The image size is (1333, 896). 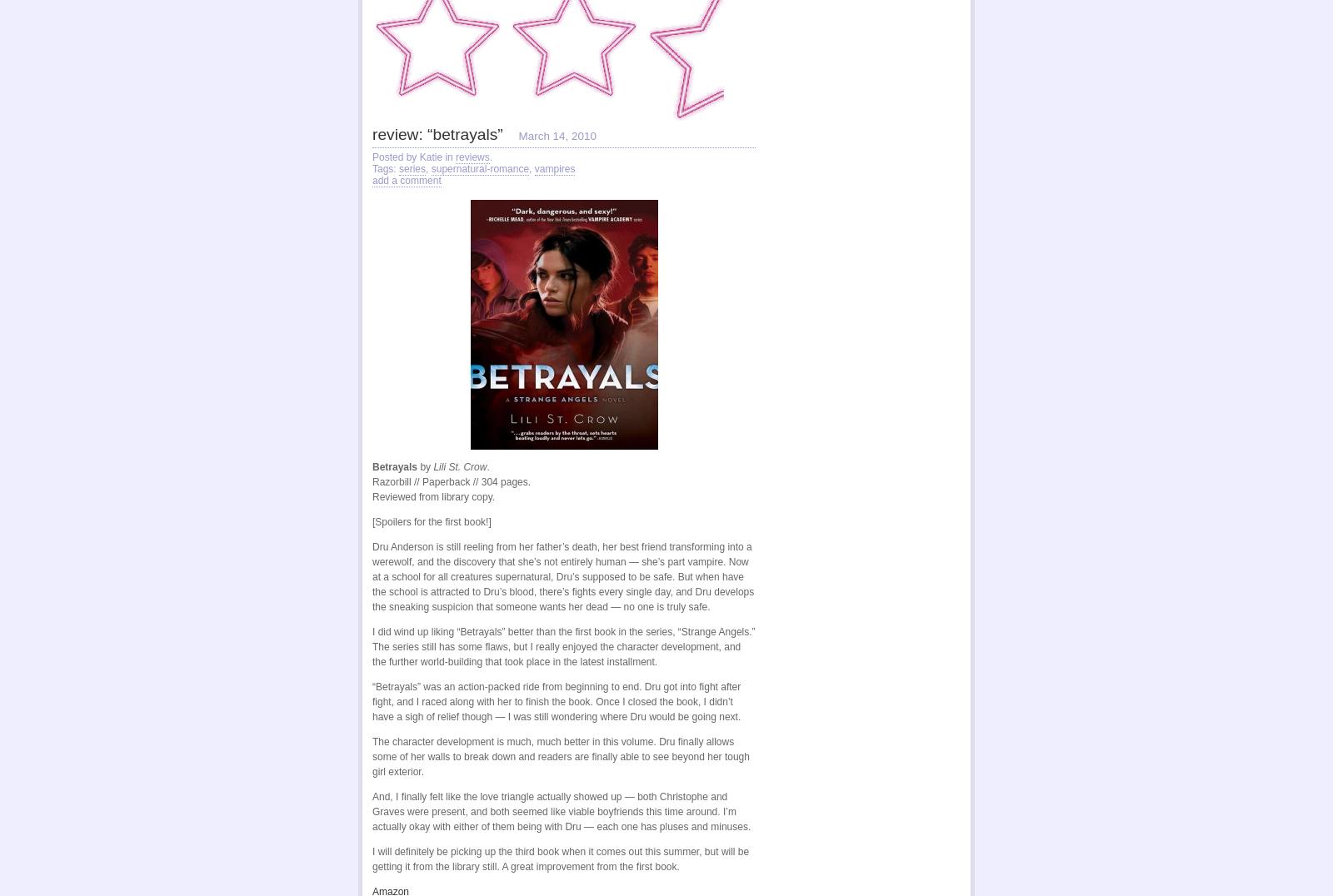 I want to click on '[Spoilers for the first book!]', so click(x=430, y=521).